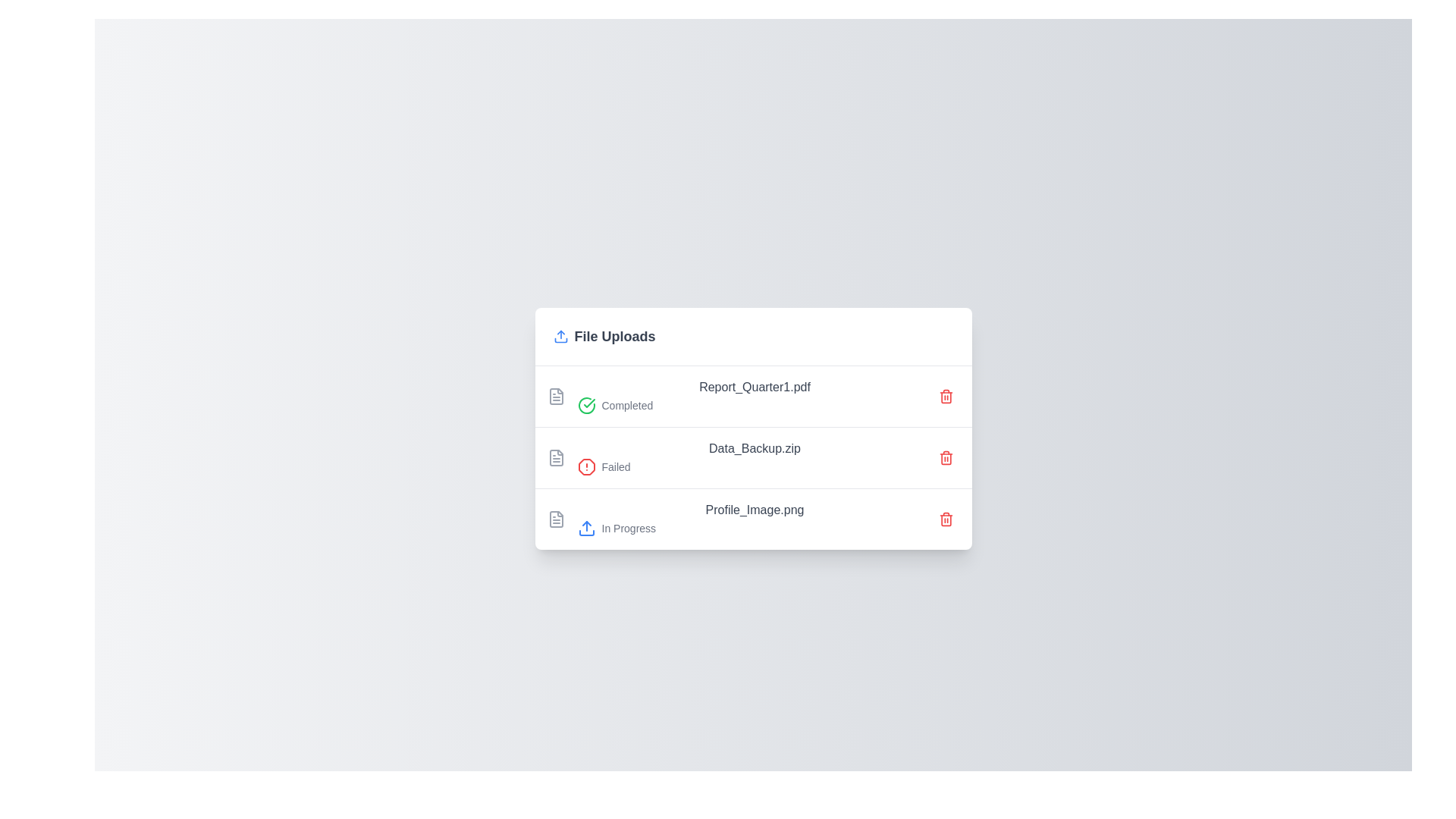  Describe the element at coordinates (755, 518) in the screenshot. I see `filename 'Profile_Image.png' and its status 'in progress' from the informational label in the 'File Uploads' section, which is the third row in the list` at that location.